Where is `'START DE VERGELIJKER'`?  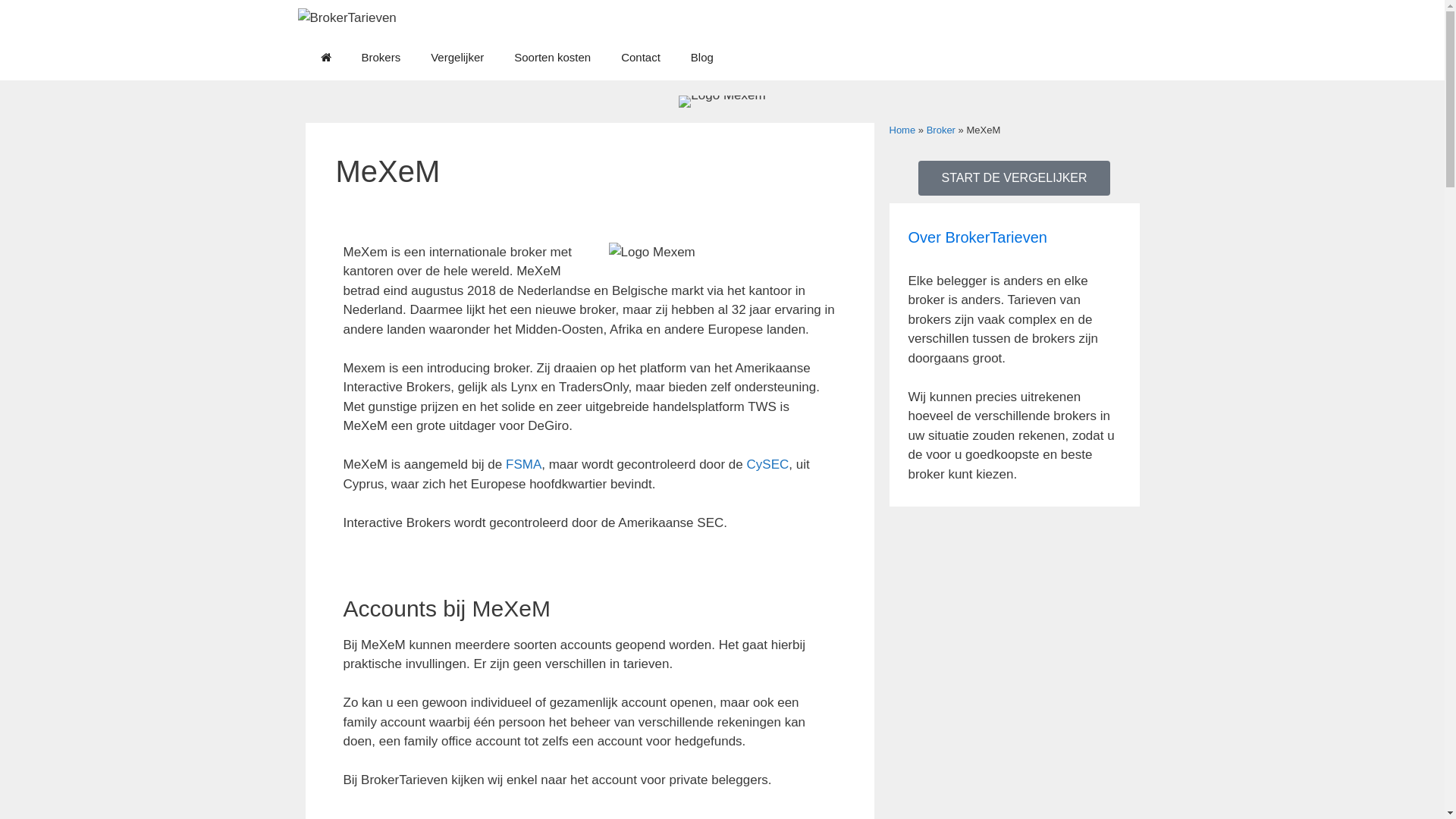
'START DE VERGELIJKER' is located at coordinates (1014, 177).